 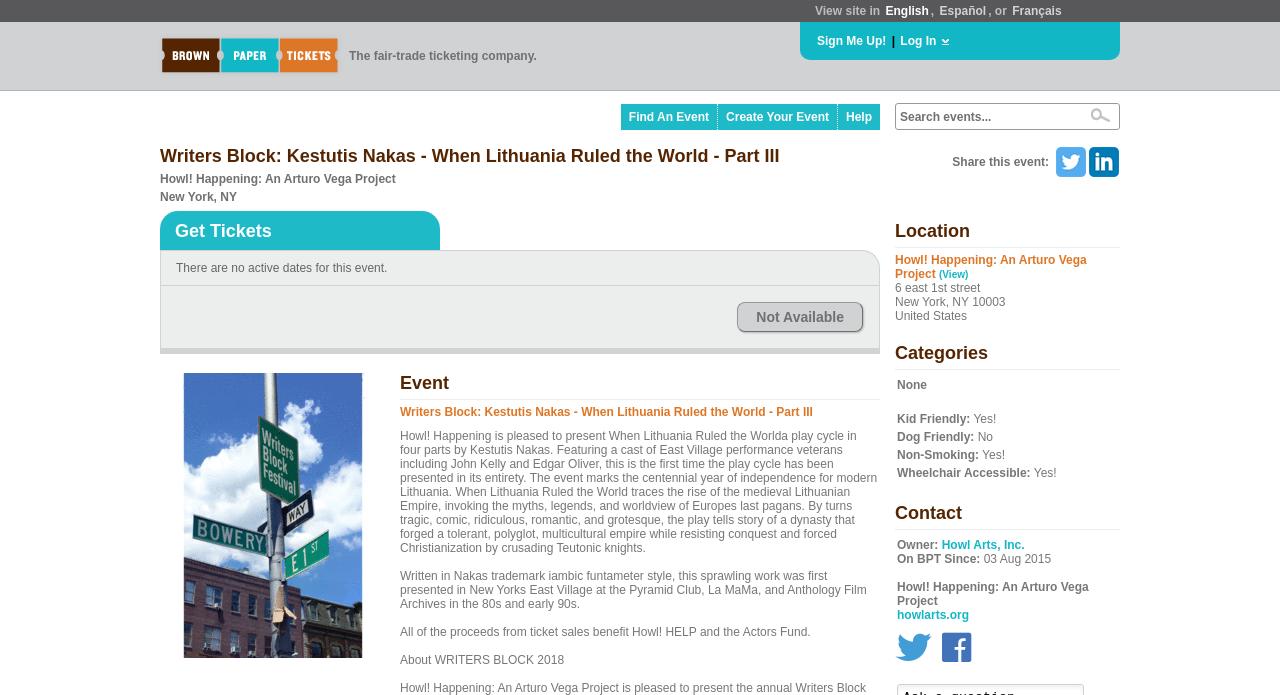 What do you see at coordinates (1036, 10) in the screenshot?
I see `'Français'` at bounding box center [1036, 10].